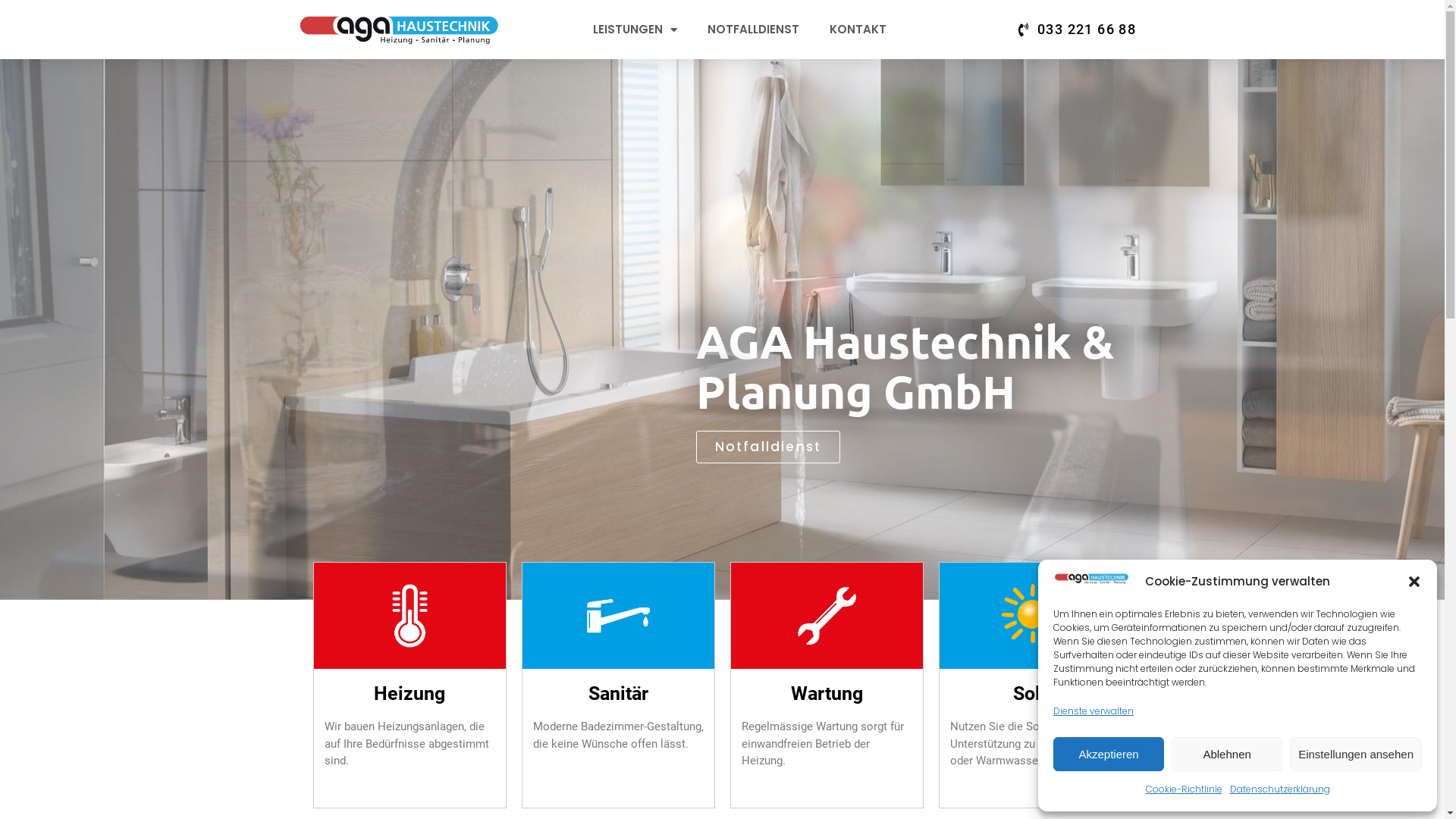  Describe the element at coordinates (1226, 754) in the screenshot. I see `'Ablehnen'` at that location.